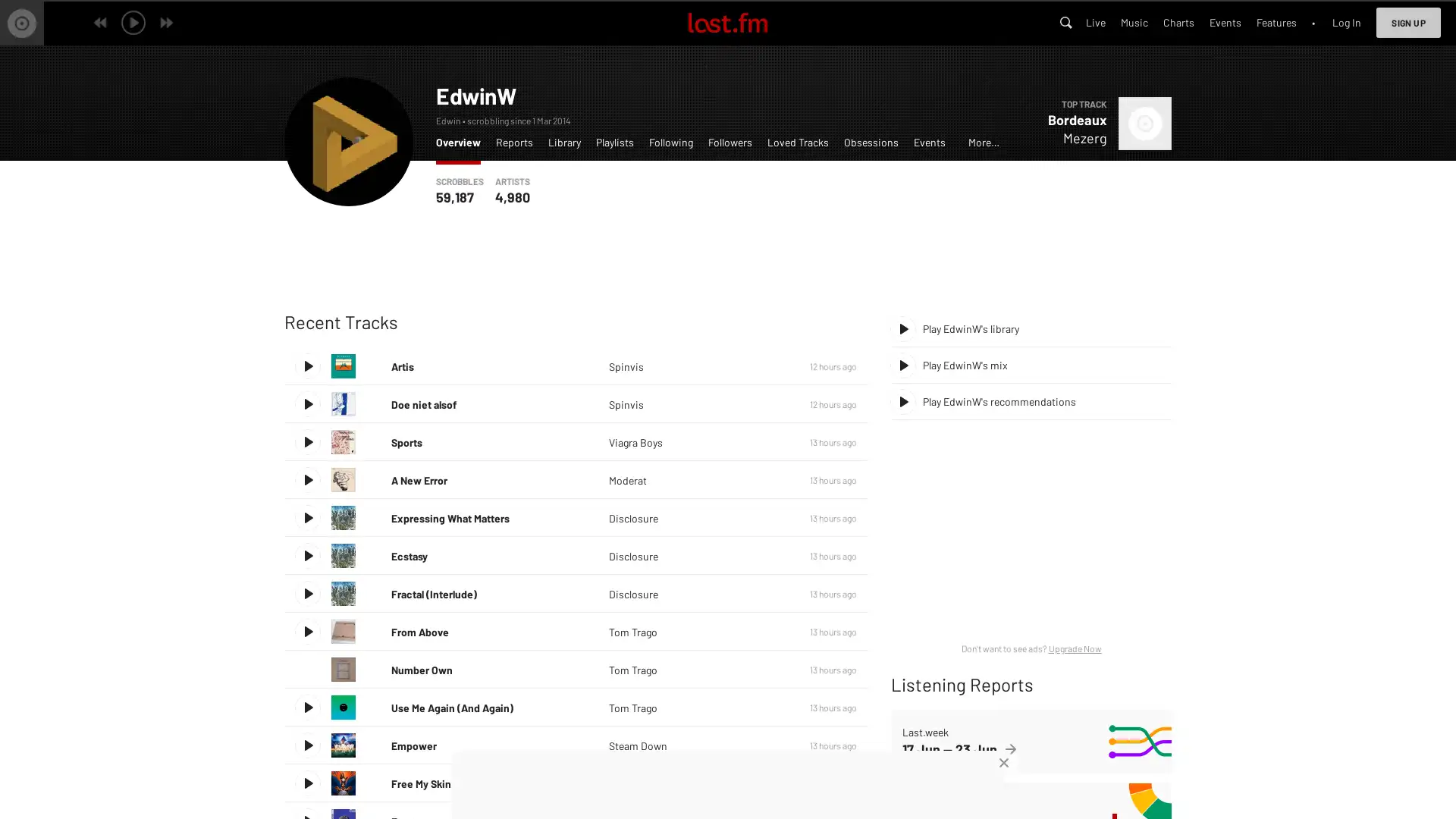 The width and height of the screenshot is (1456, 819). I want to click on More, so click(764, 632).